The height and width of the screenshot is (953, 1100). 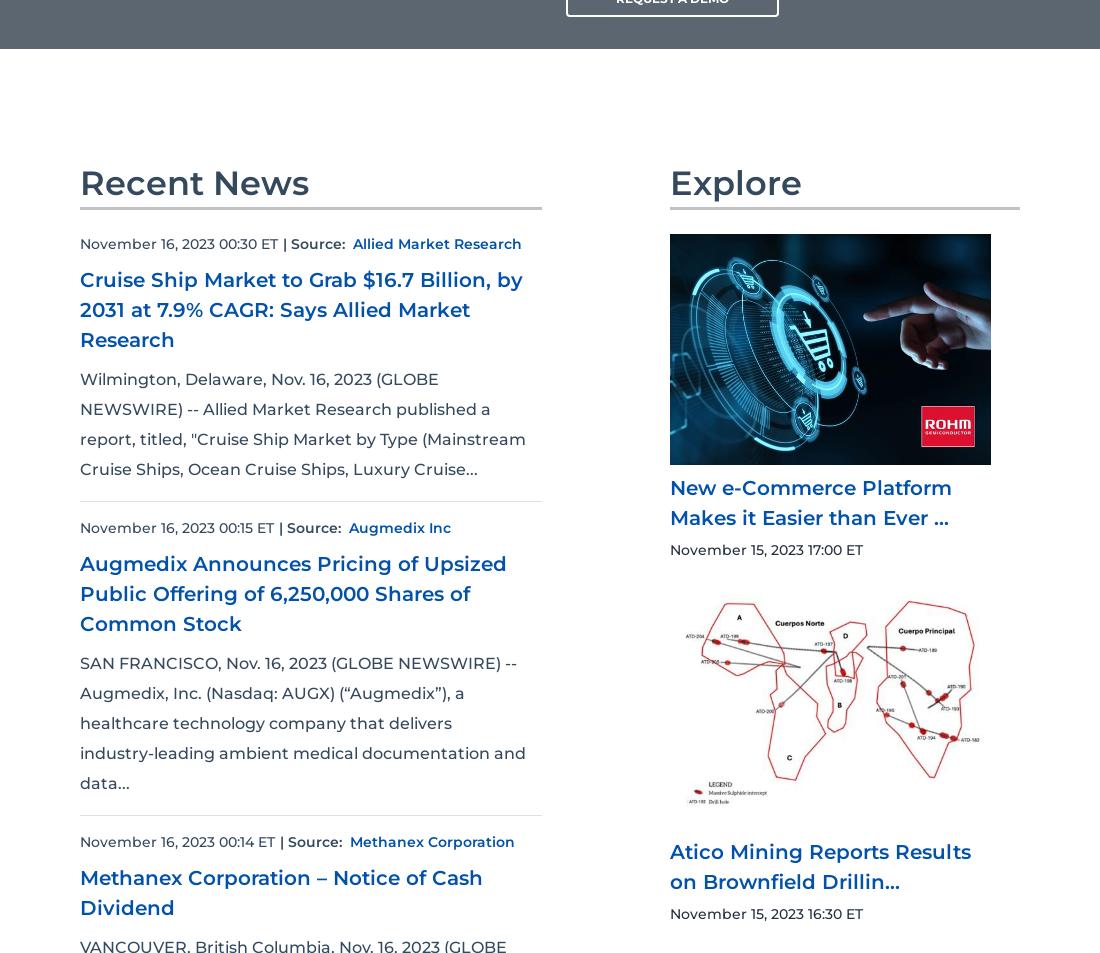 What do you see at coordinates (300, 307) in the screenshot?
I see `'Cruise Ship Market to Grab $16.7 Billion, by 2031 at 7.9% CAGR: Says Allied Market Research'` at bounding box center [300, 307].